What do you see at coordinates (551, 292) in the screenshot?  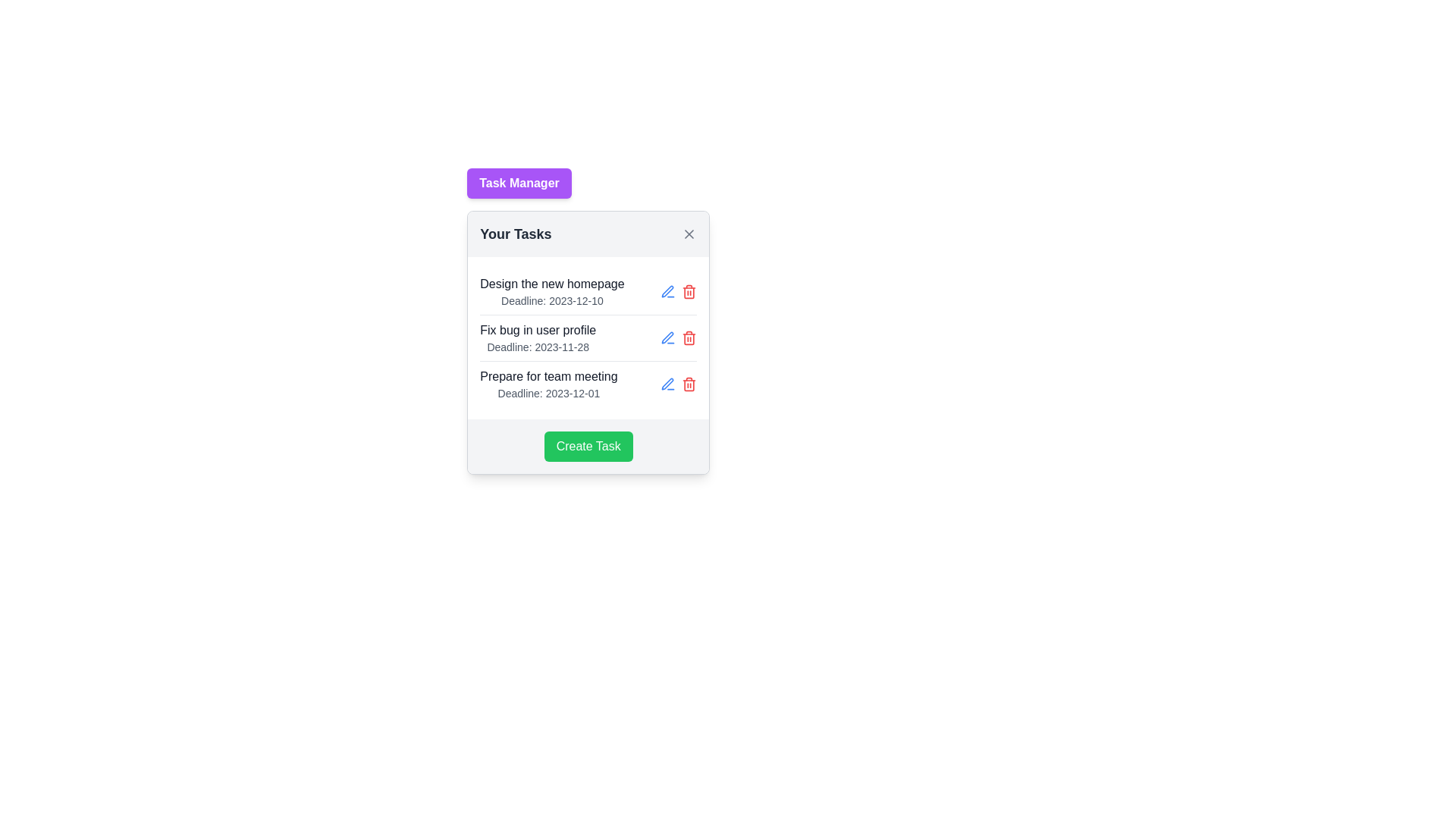 I see `the topmost task item` at bounding box center [551, 292].